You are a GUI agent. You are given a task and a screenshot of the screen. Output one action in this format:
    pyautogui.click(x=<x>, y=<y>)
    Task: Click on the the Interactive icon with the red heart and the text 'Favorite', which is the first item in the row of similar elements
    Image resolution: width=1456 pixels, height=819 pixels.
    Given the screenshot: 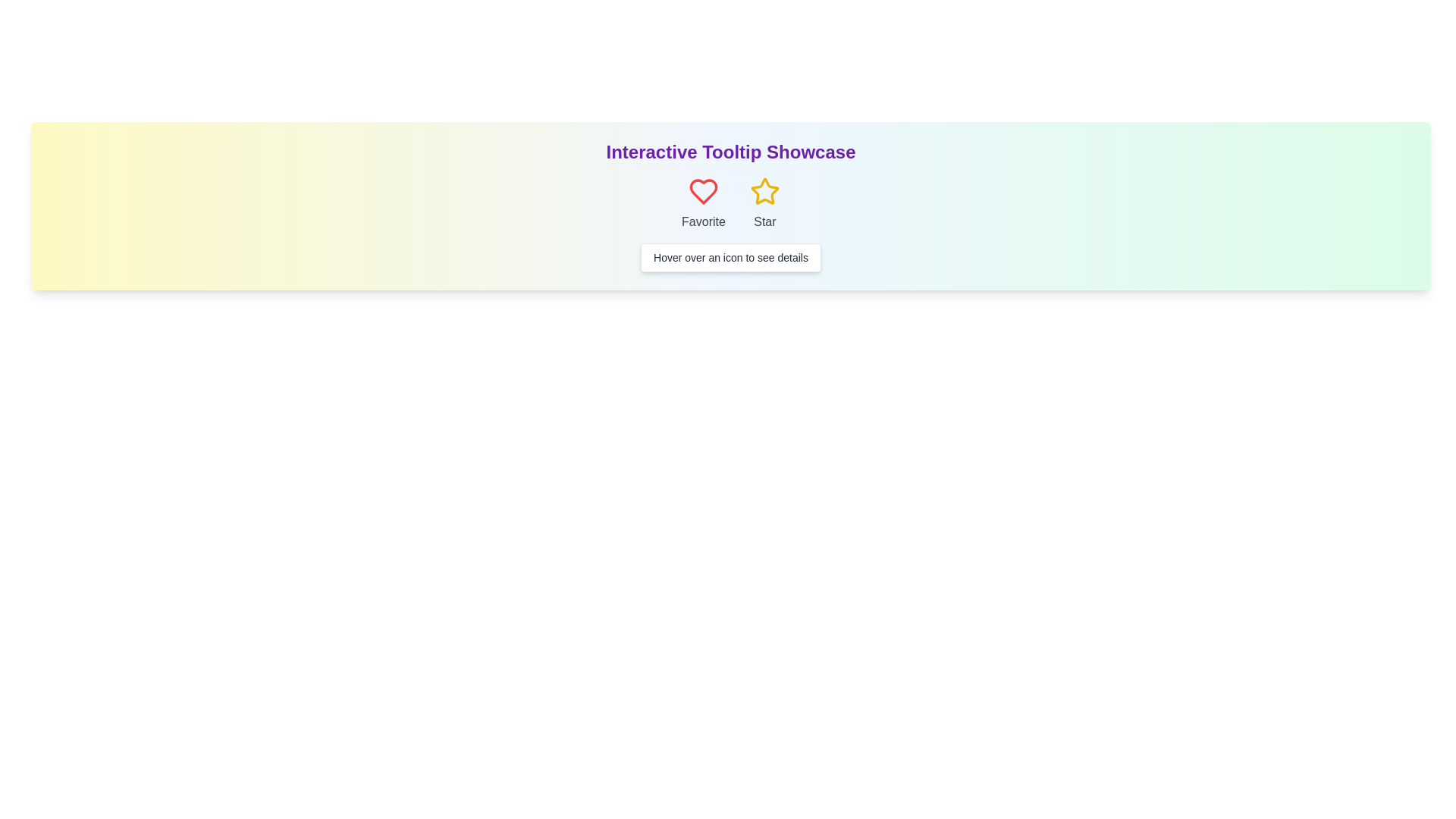 What is the action you would take?
    pyautogui.click(x=702, y=203)
    